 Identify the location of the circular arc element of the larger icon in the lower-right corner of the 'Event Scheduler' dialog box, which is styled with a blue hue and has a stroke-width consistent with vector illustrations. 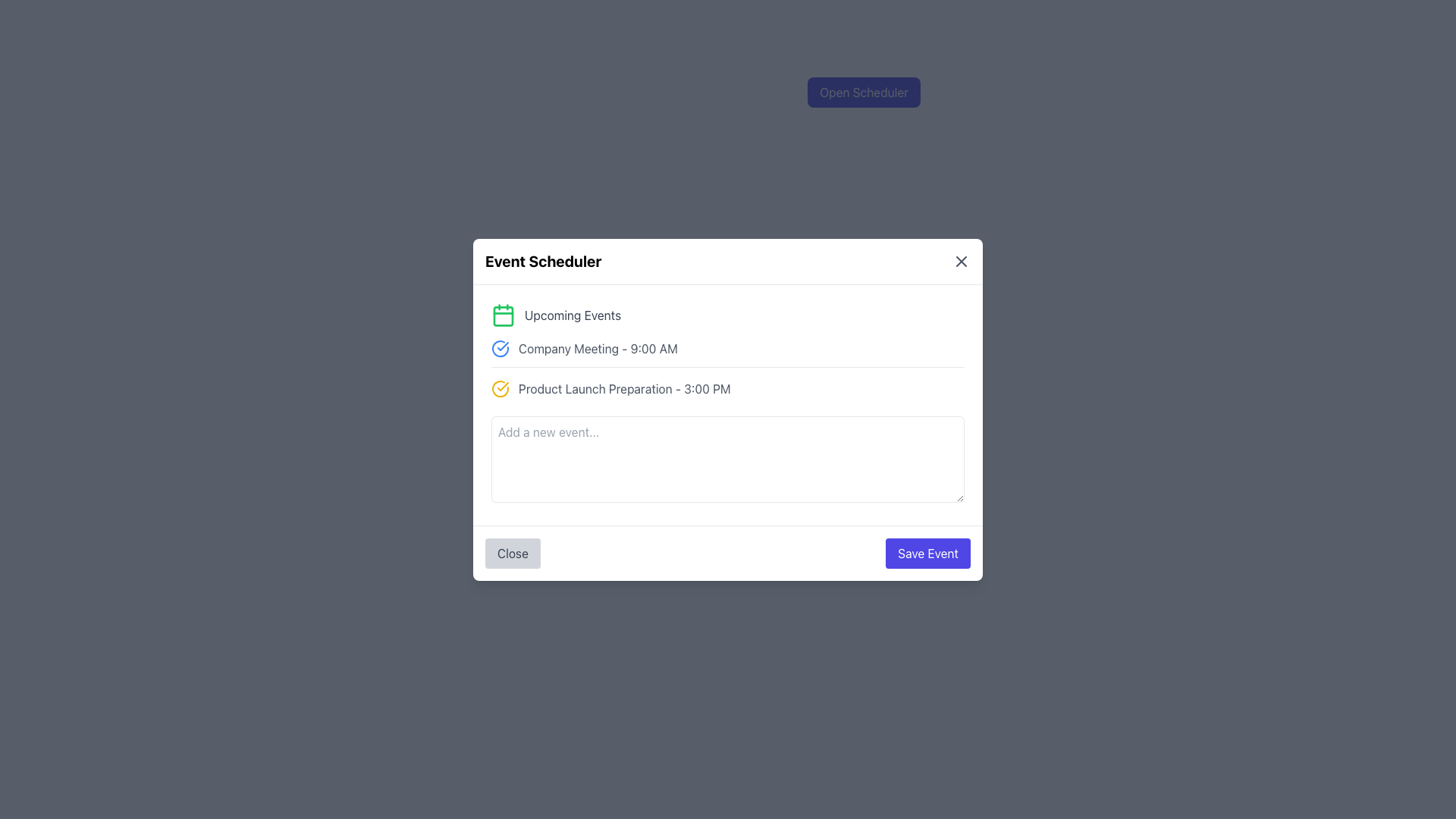
(500, 348).